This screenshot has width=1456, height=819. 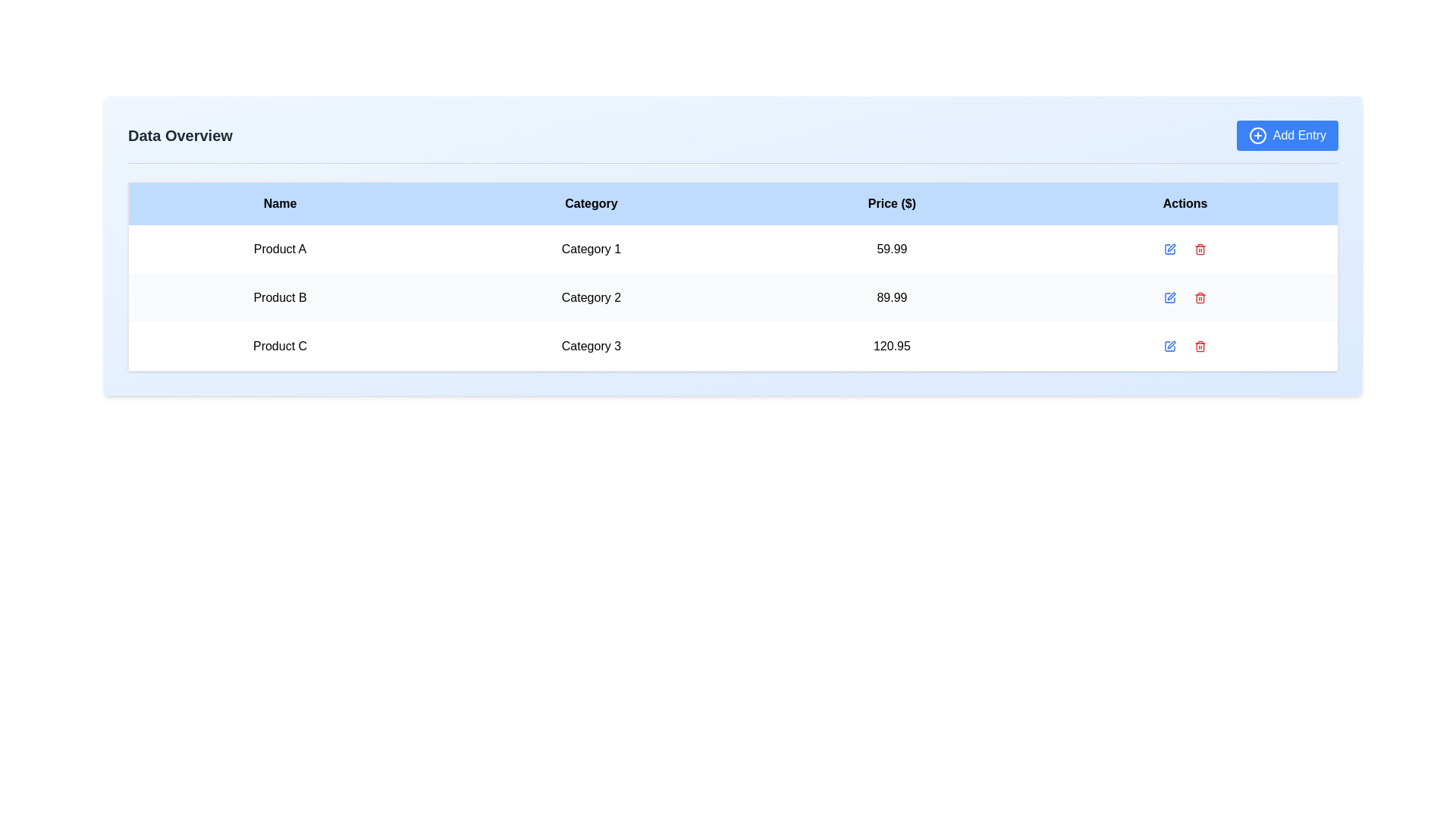 What do you see at coordinates (892, 248) in the screenshot?
I see `the text element displaying the price '59.99' located under the 'Price ($)' column in the table row with 'Product A' in the 'Name' column` at bounding box center [892, 248].